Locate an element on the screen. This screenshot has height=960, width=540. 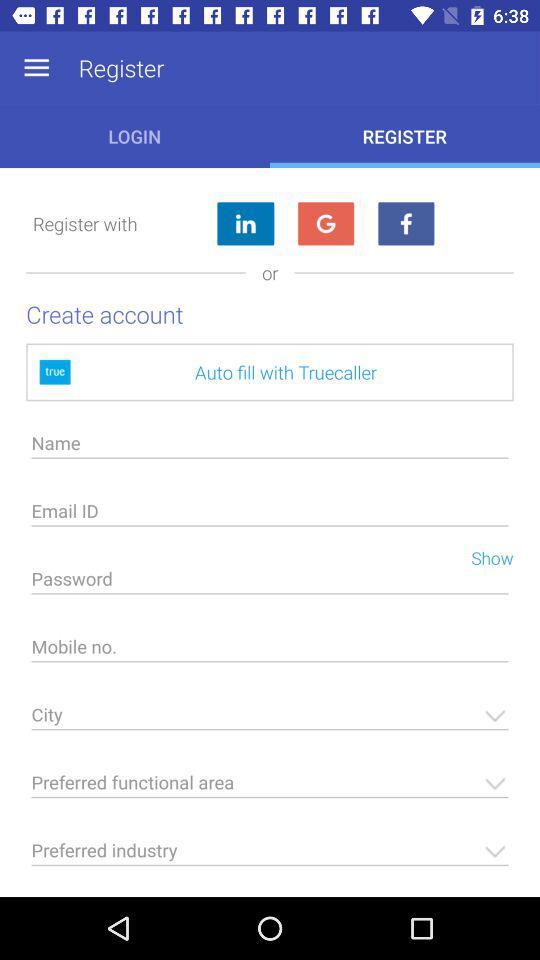
the first text box is located at coordinates (270, 448).